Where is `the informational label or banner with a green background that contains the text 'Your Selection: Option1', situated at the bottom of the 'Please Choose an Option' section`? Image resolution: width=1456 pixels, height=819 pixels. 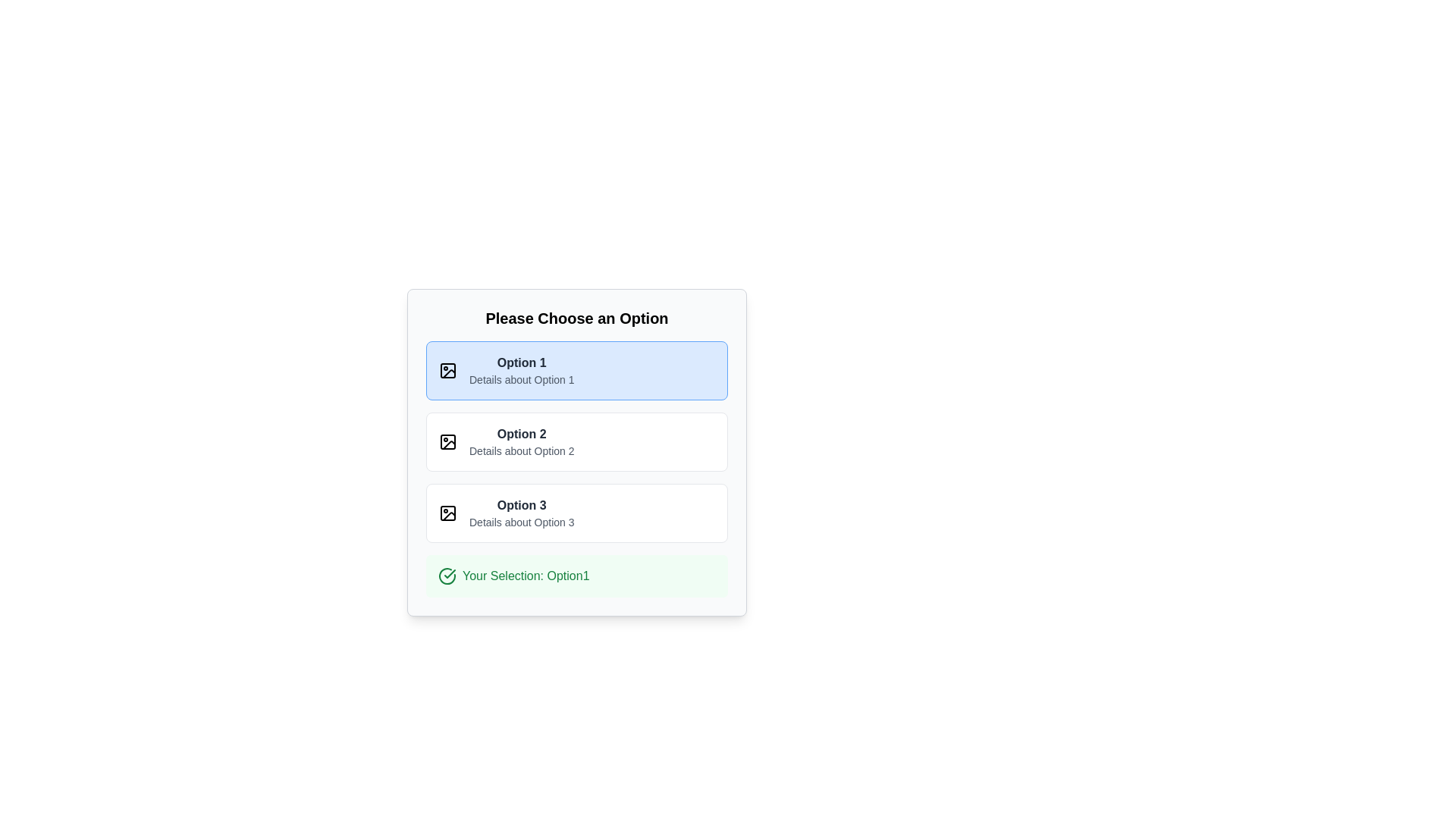
the informational label or banner with a green background that contains the text 'Your Selection: Option1', situated at the bottom of the 'Please Choose an Option' section is located at coordinates (576, 576).